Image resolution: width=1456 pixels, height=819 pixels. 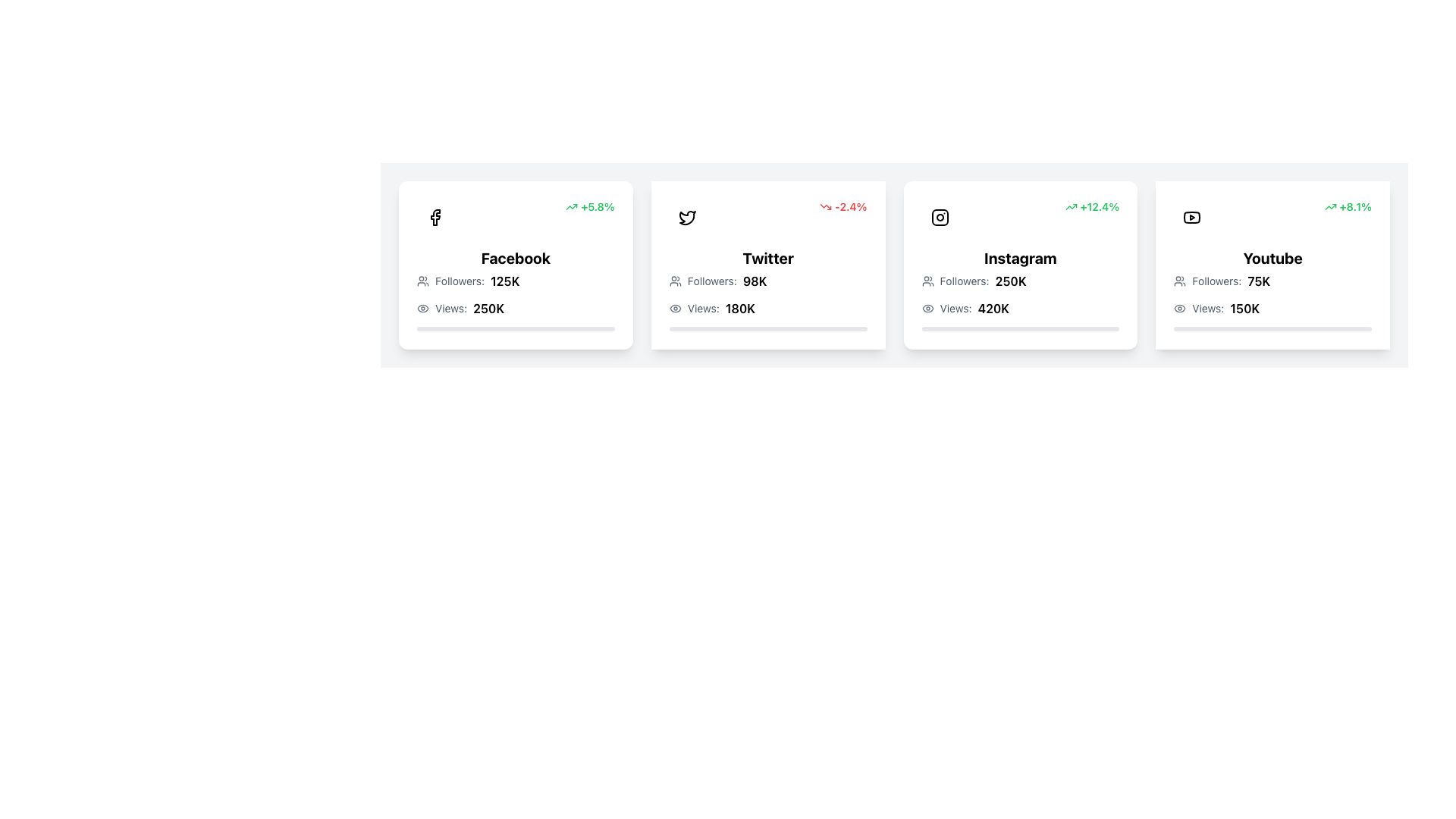 What do you see at coordinates (516, 328) in the screenshot?
I see `the horizontal progress bar located at the bottom of the Facebook statistics card, which has a light gray background and a blue filled portion indicating progress` at bounding box center [516, 328].